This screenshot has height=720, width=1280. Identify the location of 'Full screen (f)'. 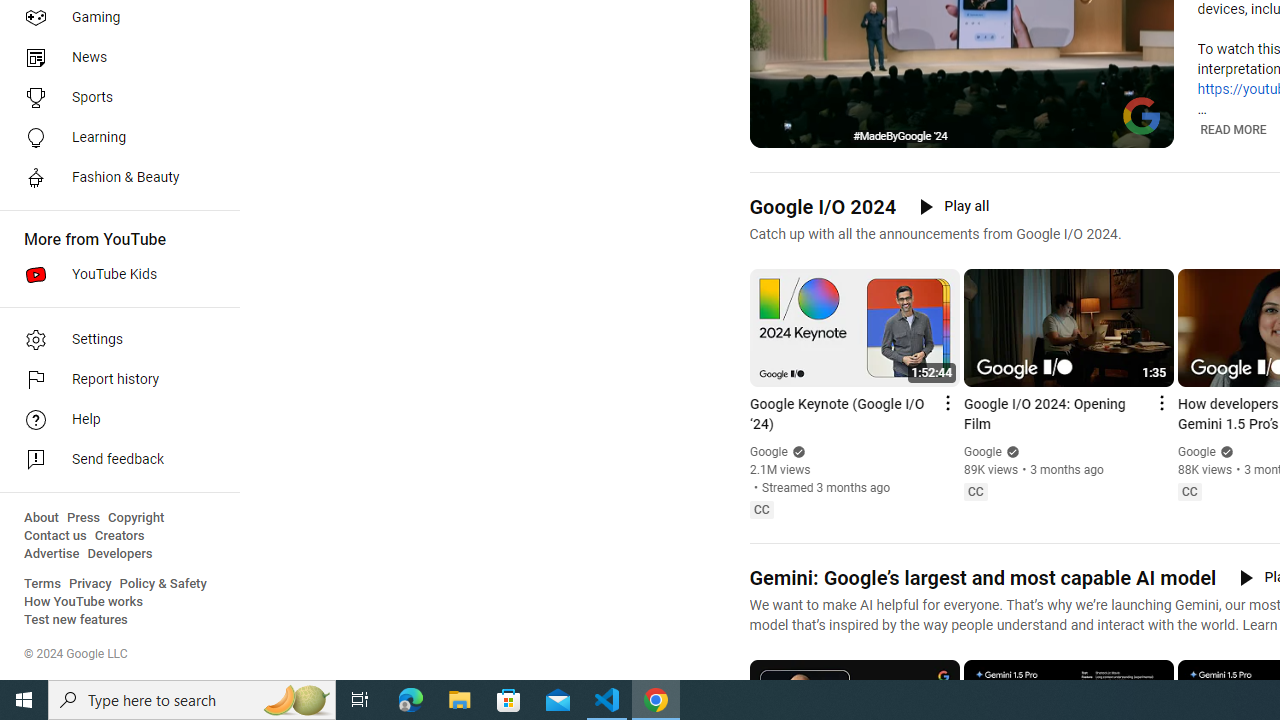
(1143, 130).